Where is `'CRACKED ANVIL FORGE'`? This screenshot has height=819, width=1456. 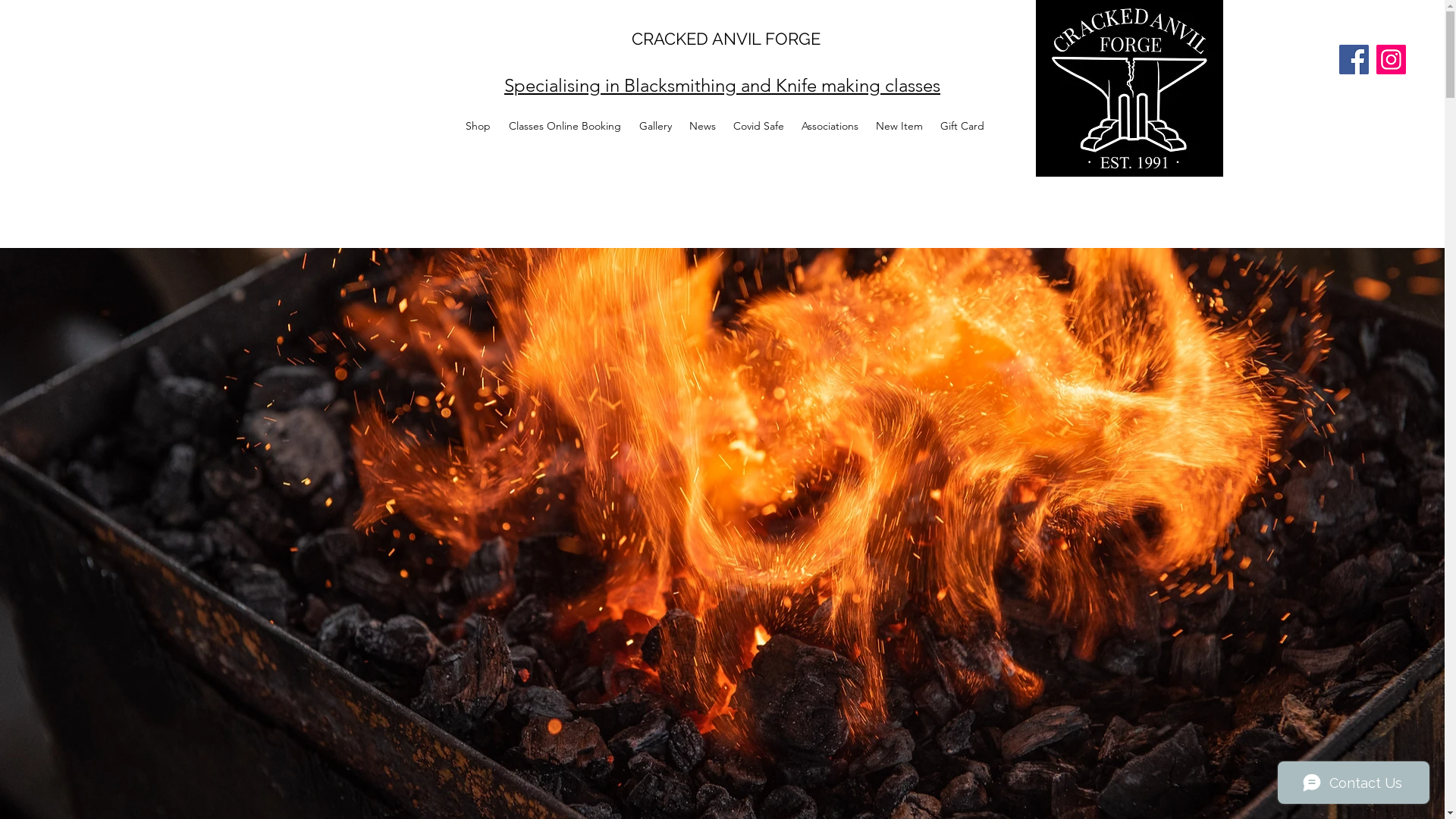 'CRACKED ANVIL FORGE' is located at coordinates (725, 37).